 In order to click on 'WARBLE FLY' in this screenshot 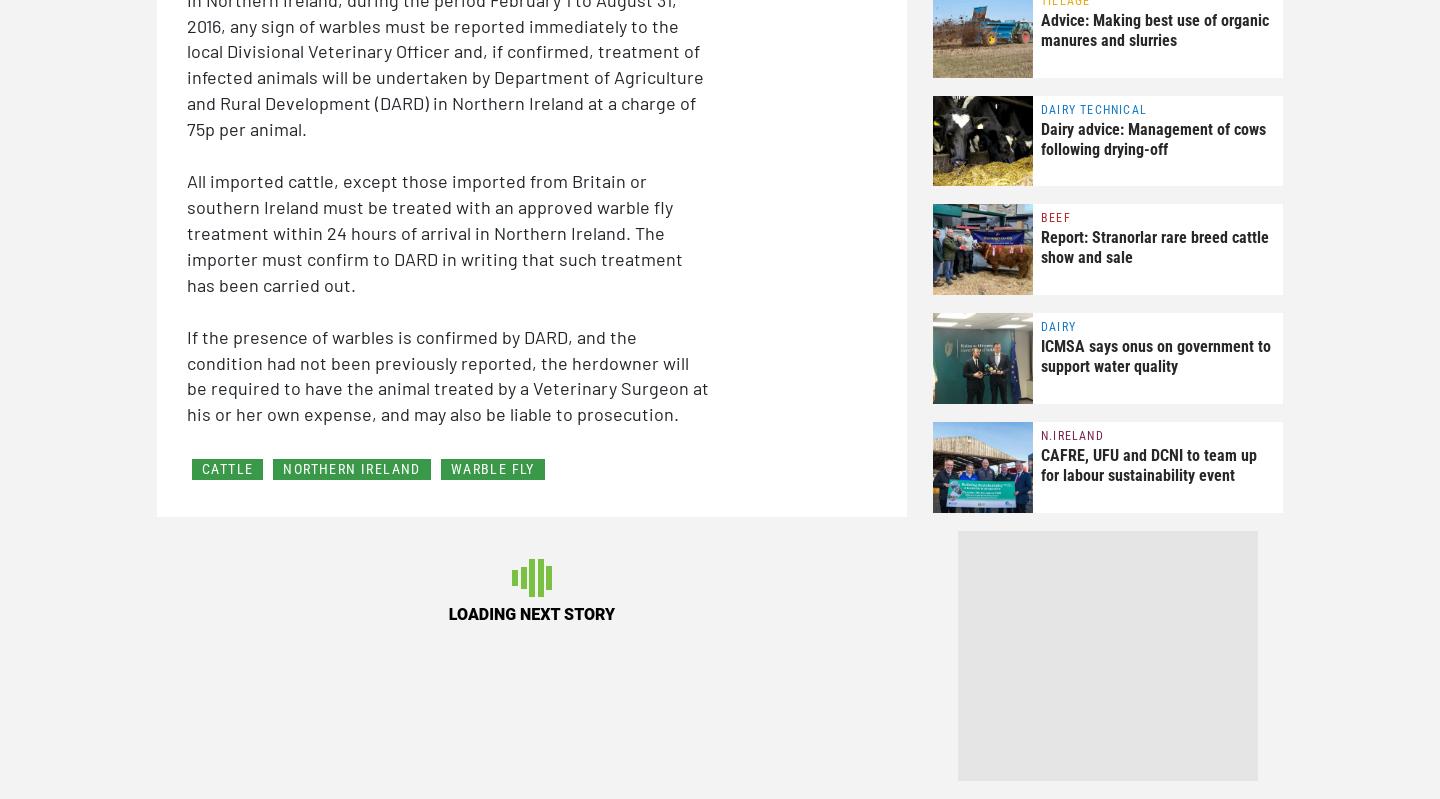, I will do `click(491, 468)`.